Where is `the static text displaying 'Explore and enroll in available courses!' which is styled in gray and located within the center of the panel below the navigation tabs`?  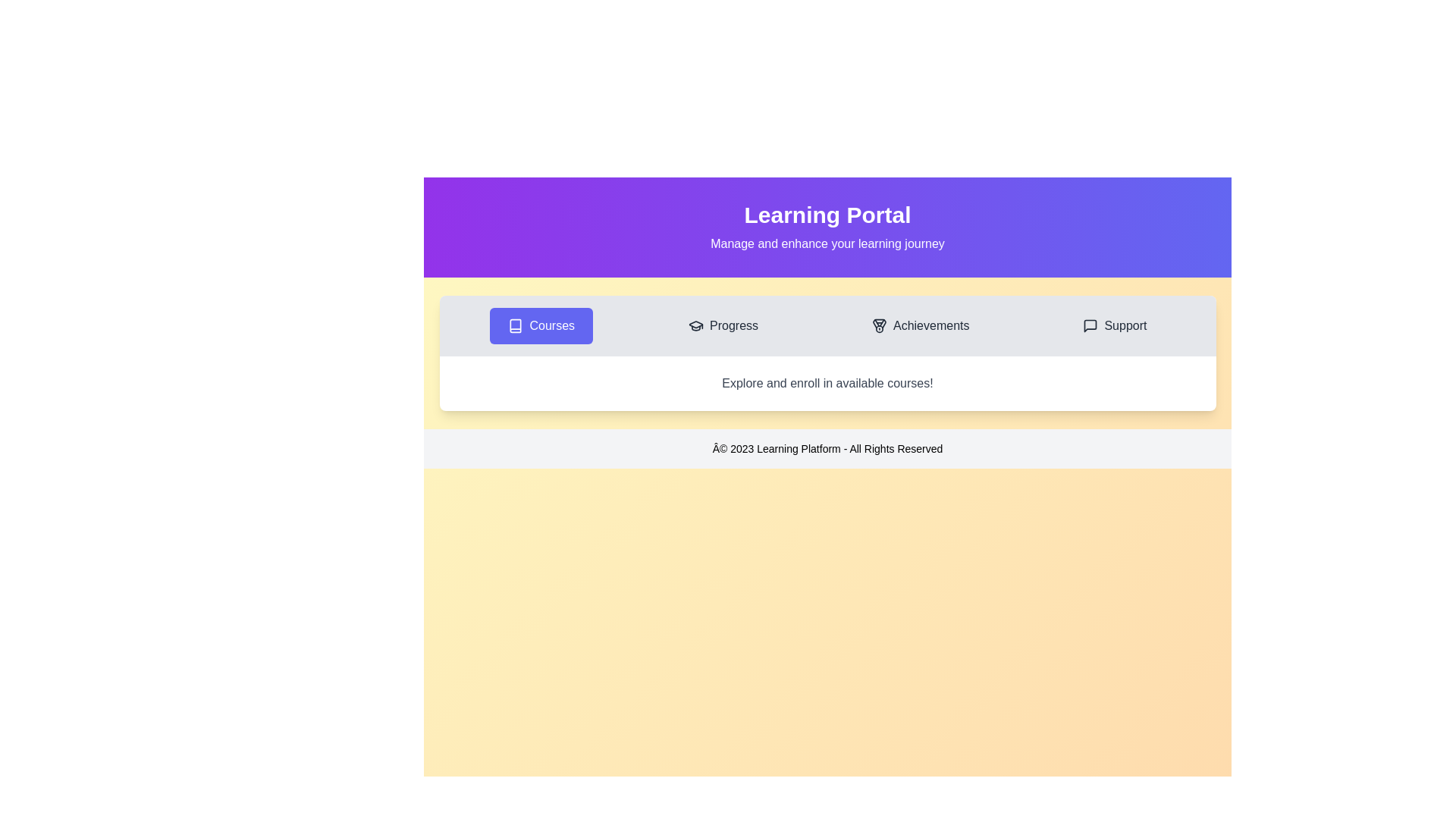
the static text displaying 'Explore and enroll in available courses!' which is styled in gray and located within the center of the panel below the navigation tabs is located at coordinates (827, 382).